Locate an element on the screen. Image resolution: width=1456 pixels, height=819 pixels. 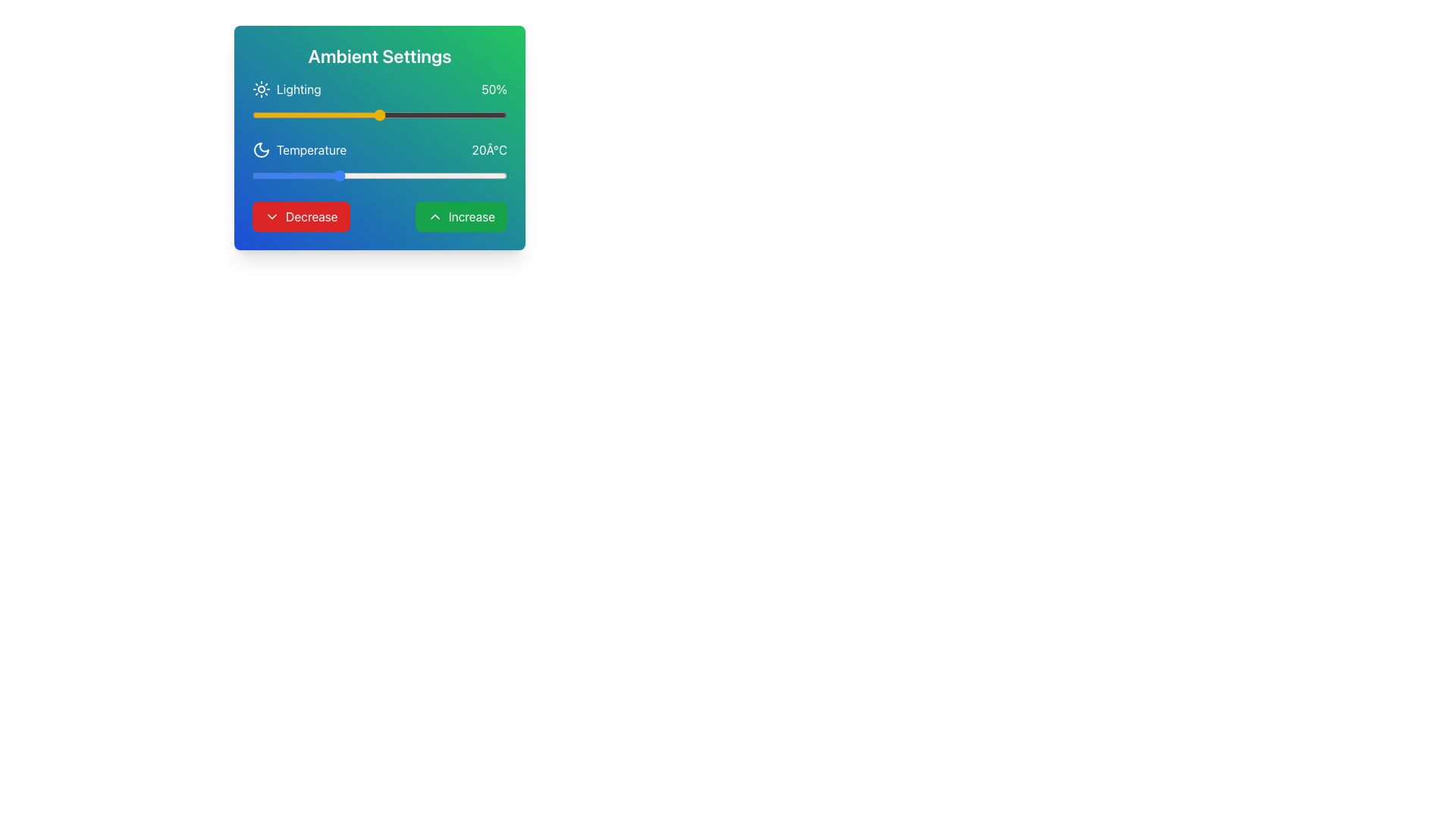
the lighting level is located at coordinates (328, 114).